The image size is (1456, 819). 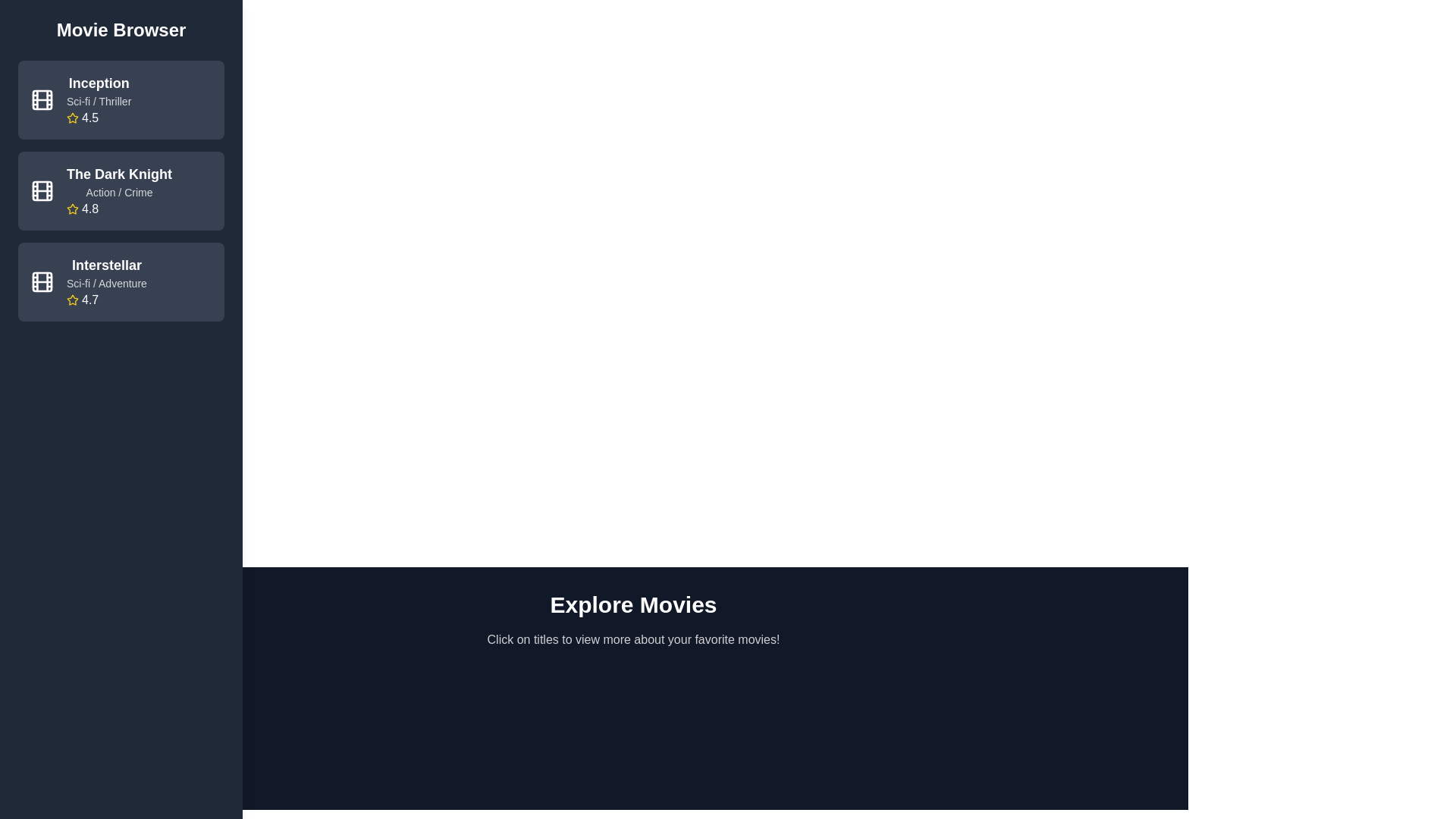 I want to click on the movie titled 'The Dark Knight' to view its details, so click(x=120, y=190).